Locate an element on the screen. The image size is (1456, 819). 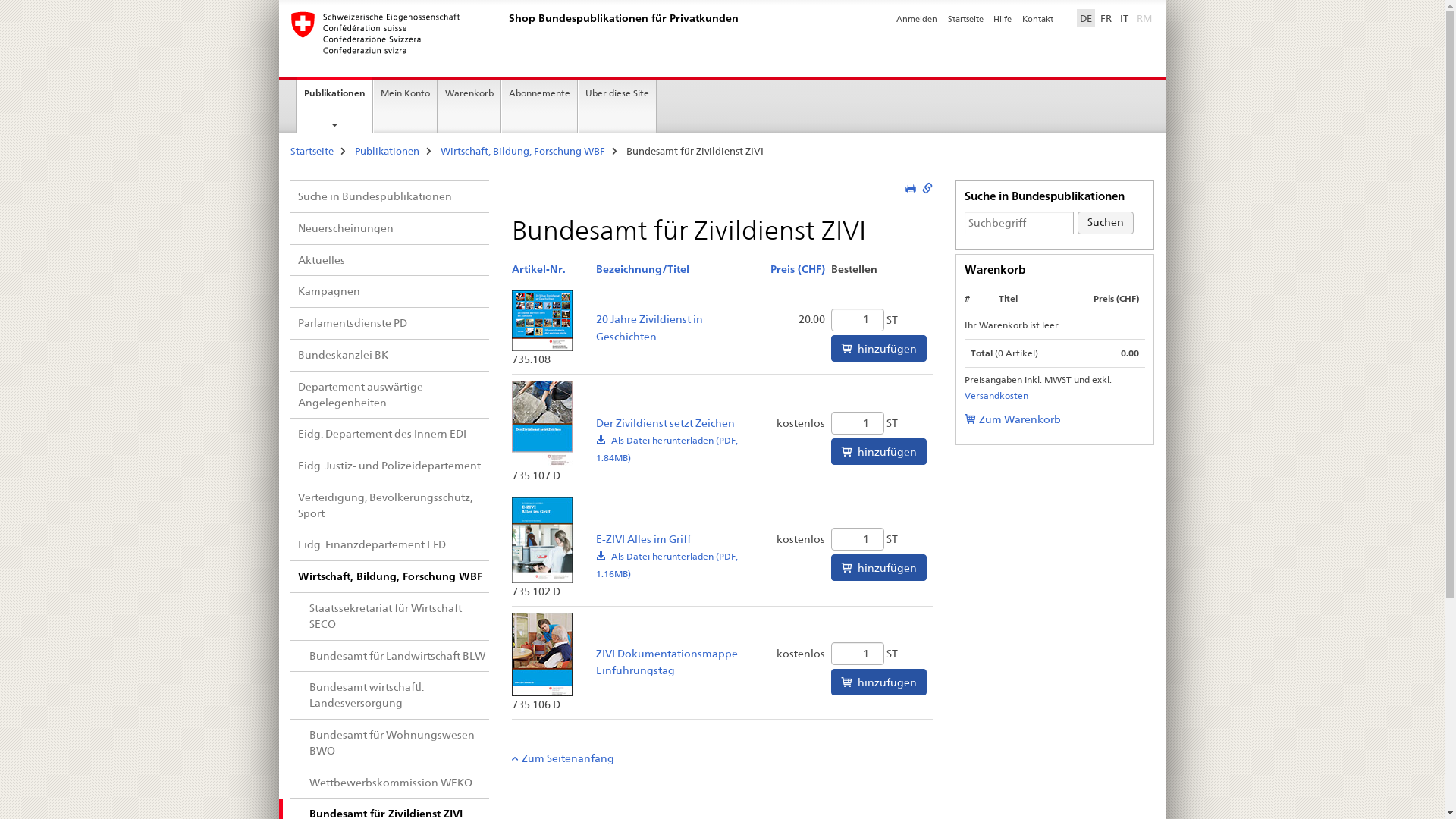
'Der Zivildienst setzt Zeichen' is located at coordinates (595, 423).